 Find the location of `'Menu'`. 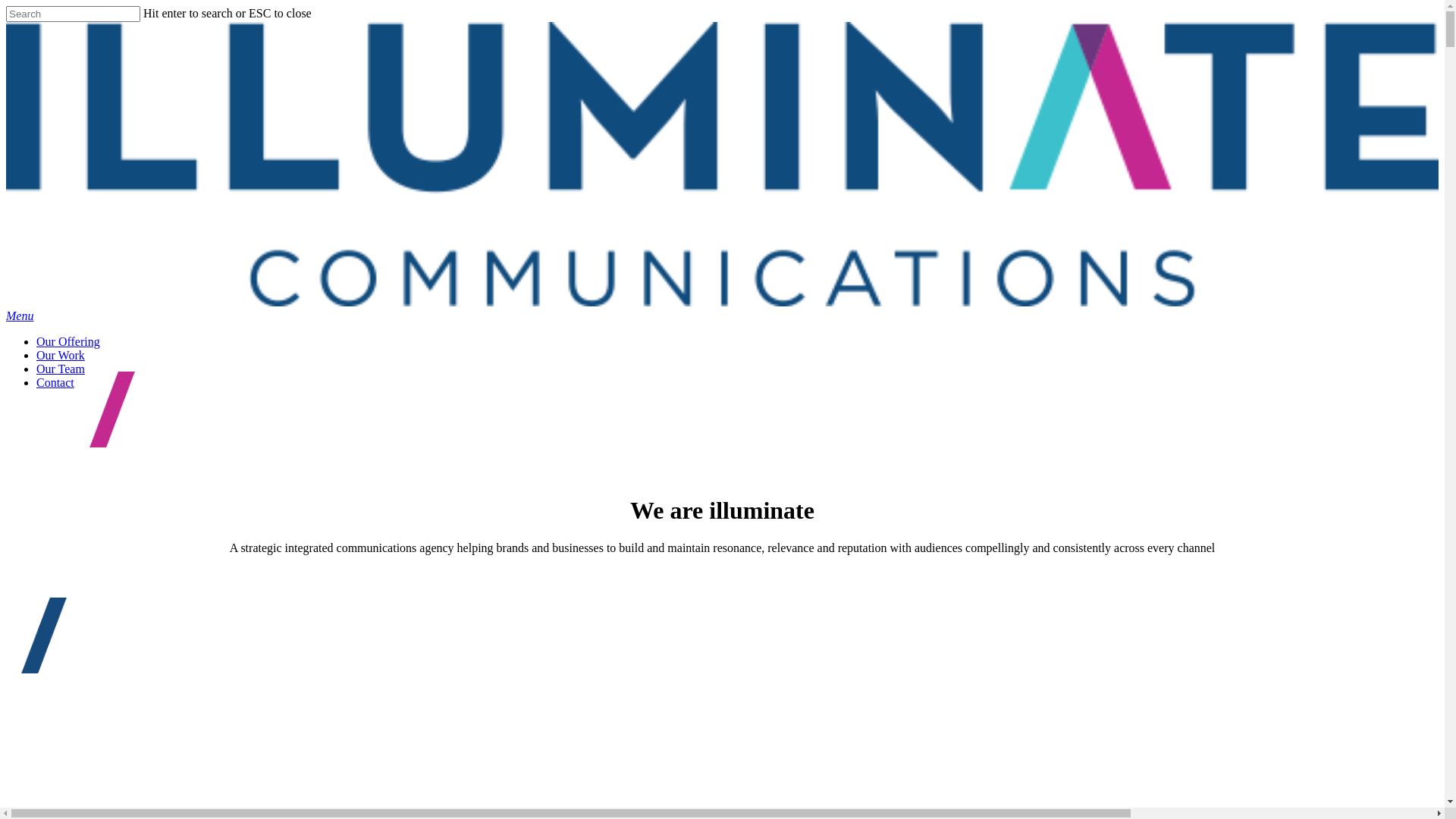

'Menu' is located at coordinates (6, 315).